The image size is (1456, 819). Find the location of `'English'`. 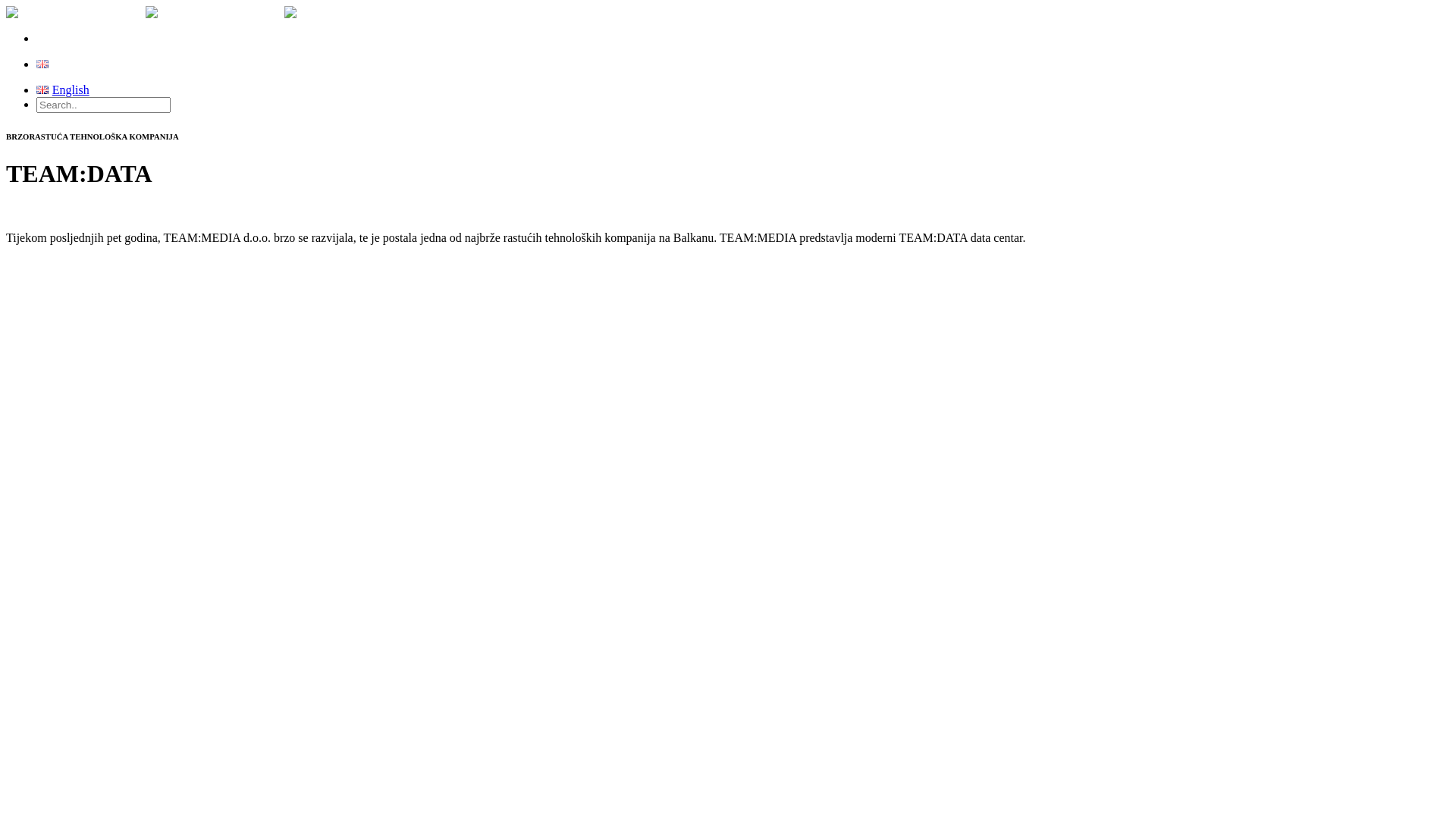

'English' is located at coordinates (42, 63).